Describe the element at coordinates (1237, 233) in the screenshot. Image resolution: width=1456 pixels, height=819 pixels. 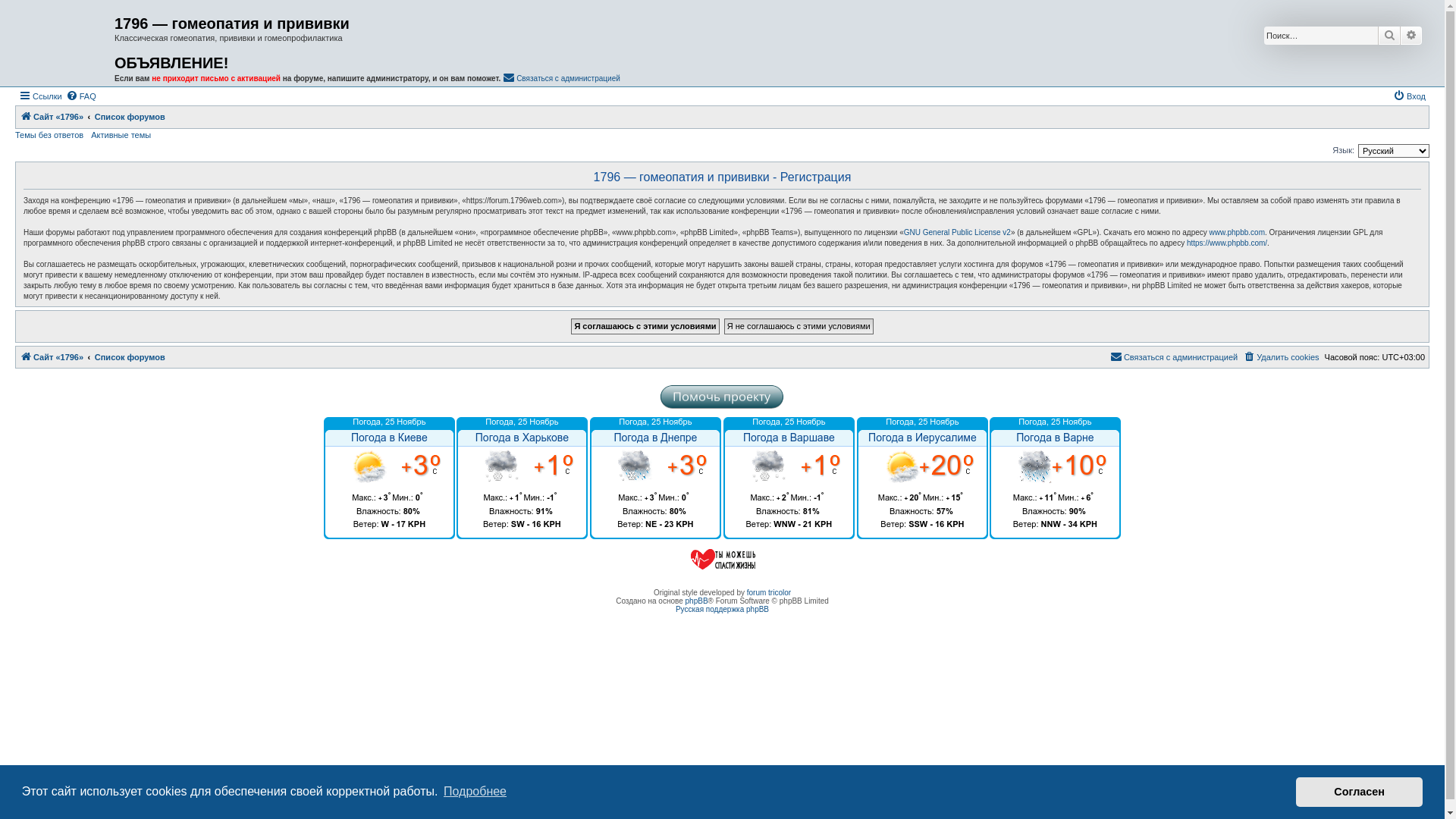
I see `'www.phpbb.com'` at that location.